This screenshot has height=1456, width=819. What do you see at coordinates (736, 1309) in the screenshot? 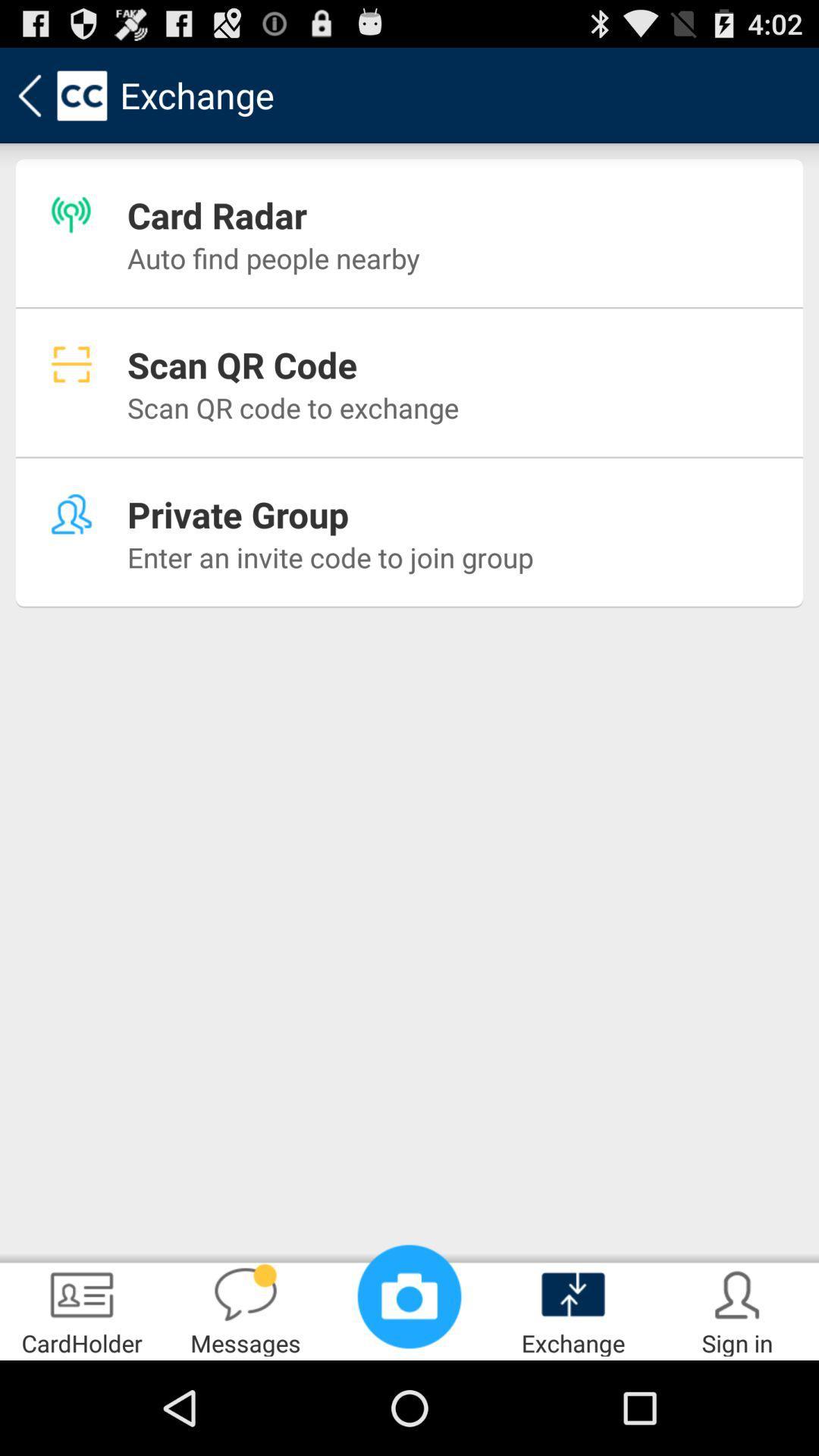
I see `icon next to the exchange item` at bounding box center [736, 1309].